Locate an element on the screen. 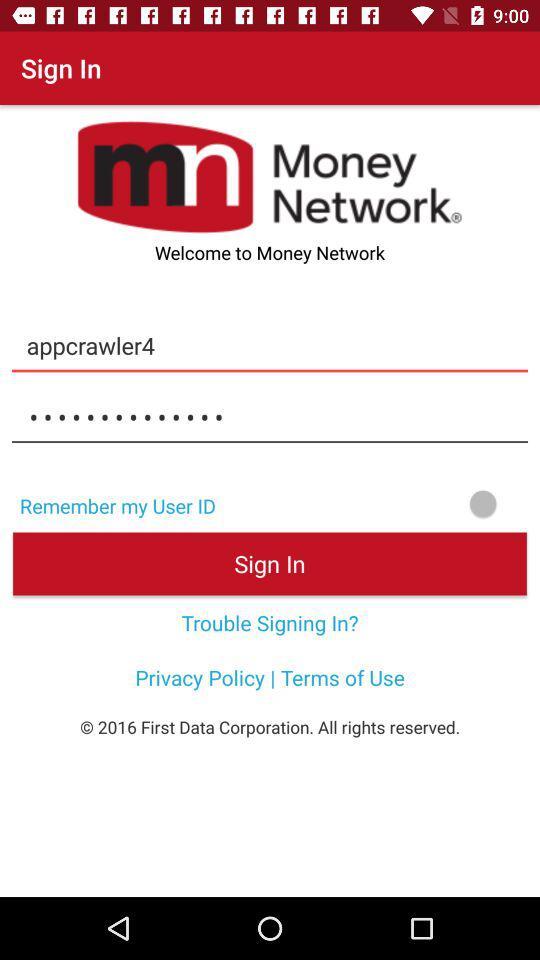  privacy policy terms item is located at coordinates (270, 677).